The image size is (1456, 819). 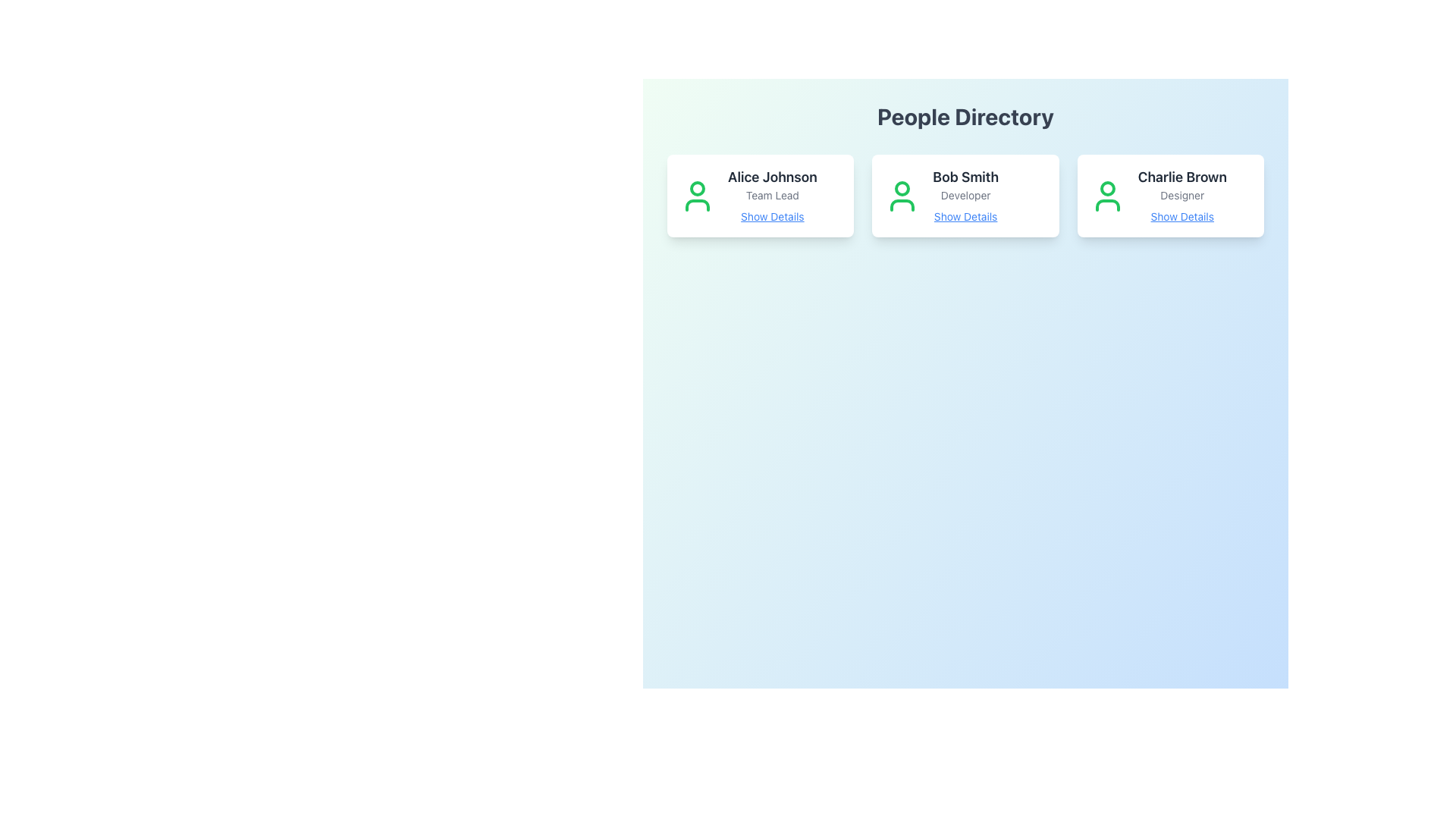 I want to click on the bottom component of the user profile icon in the third card labeled 'Charlie Brown' within the 'People Directory' section, so click(x=1107, y=205).